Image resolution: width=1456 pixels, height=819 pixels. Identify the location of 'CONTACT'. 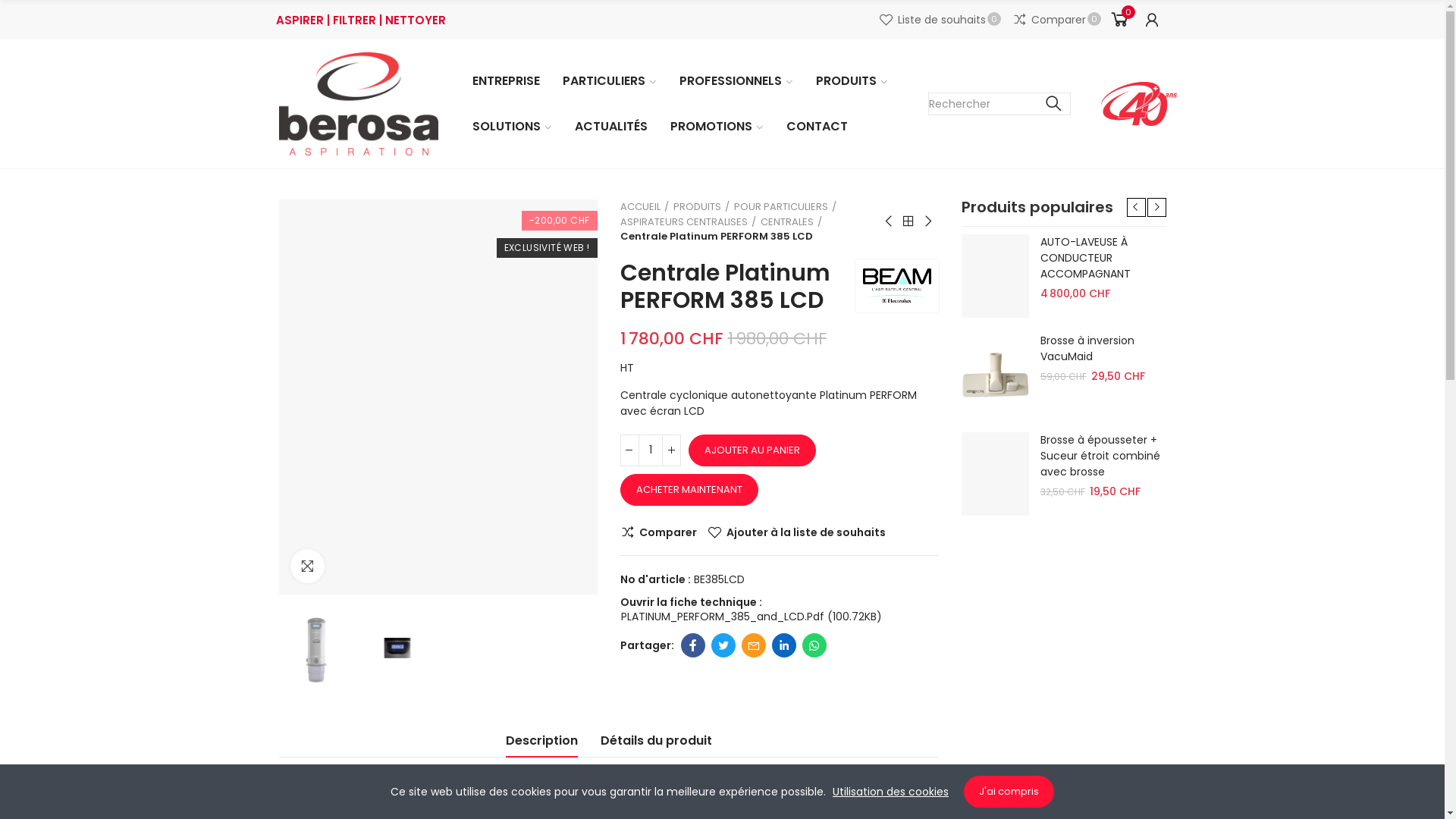
(816, 125).